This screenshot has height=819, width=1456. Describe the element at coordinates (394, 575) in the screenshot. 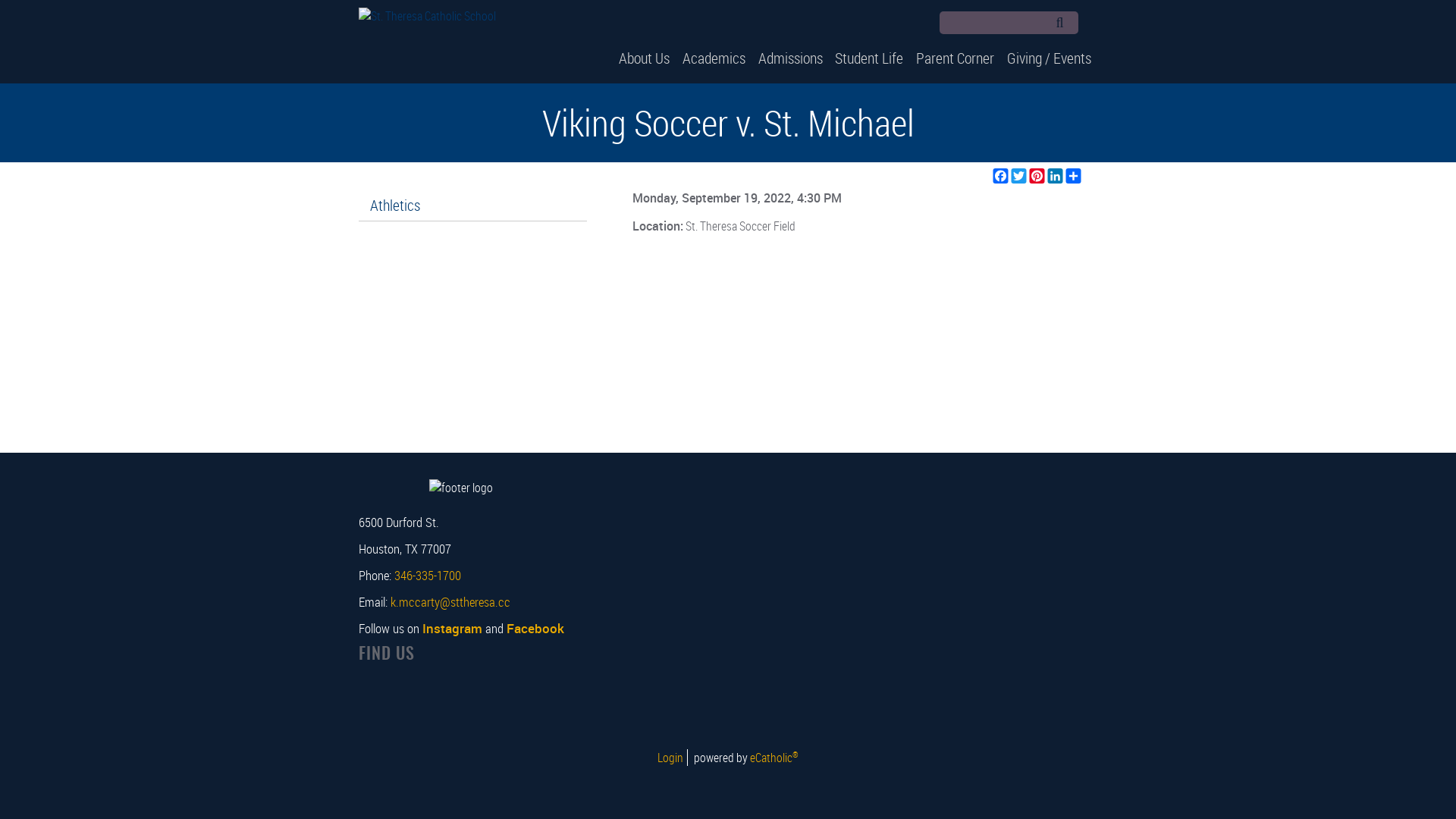

I see `'346-335-1700'` at that location.